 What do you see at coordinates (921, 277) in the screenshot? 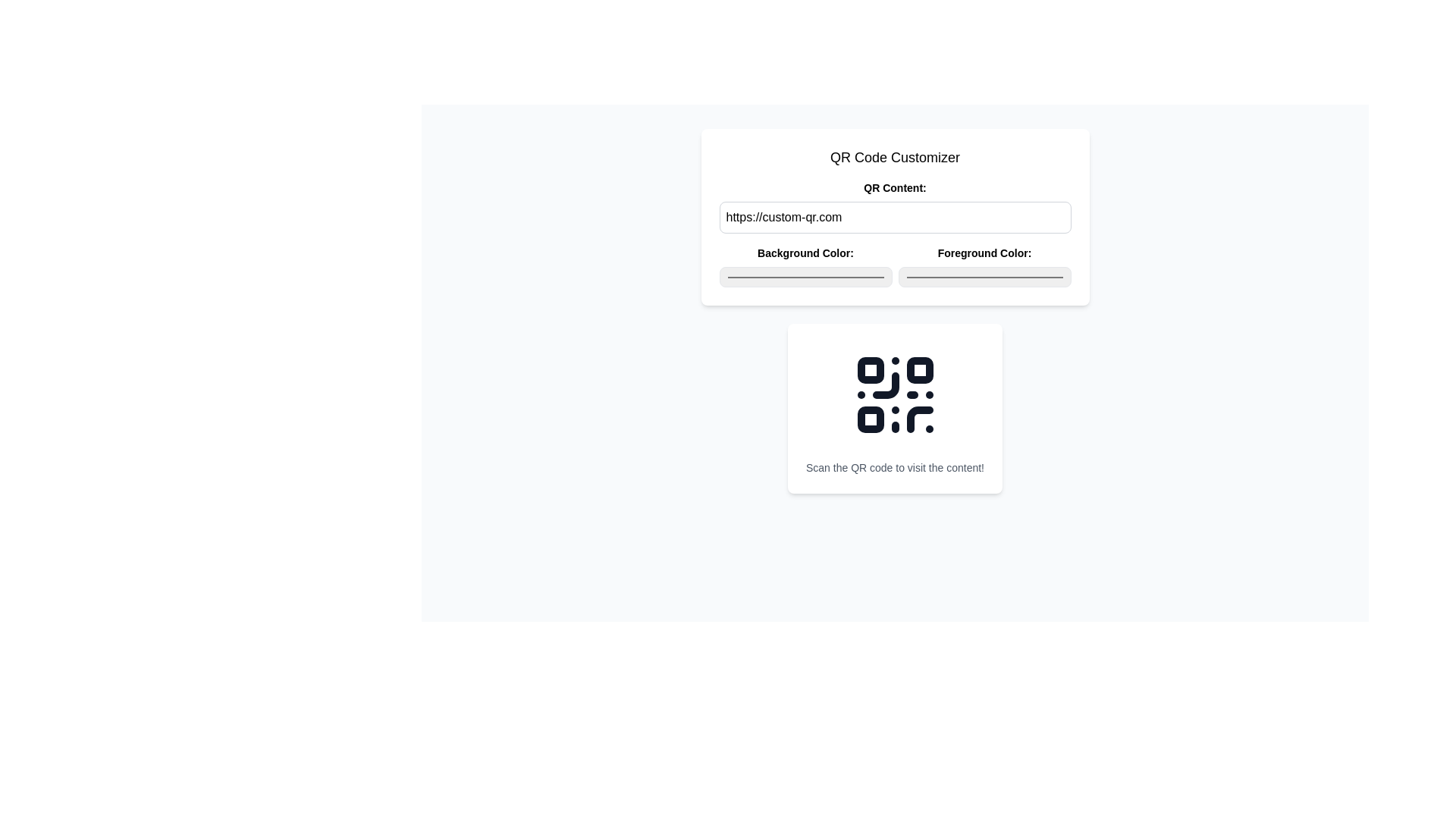
I see `the foreground color value by sliding` at bounding box center [921, 277].